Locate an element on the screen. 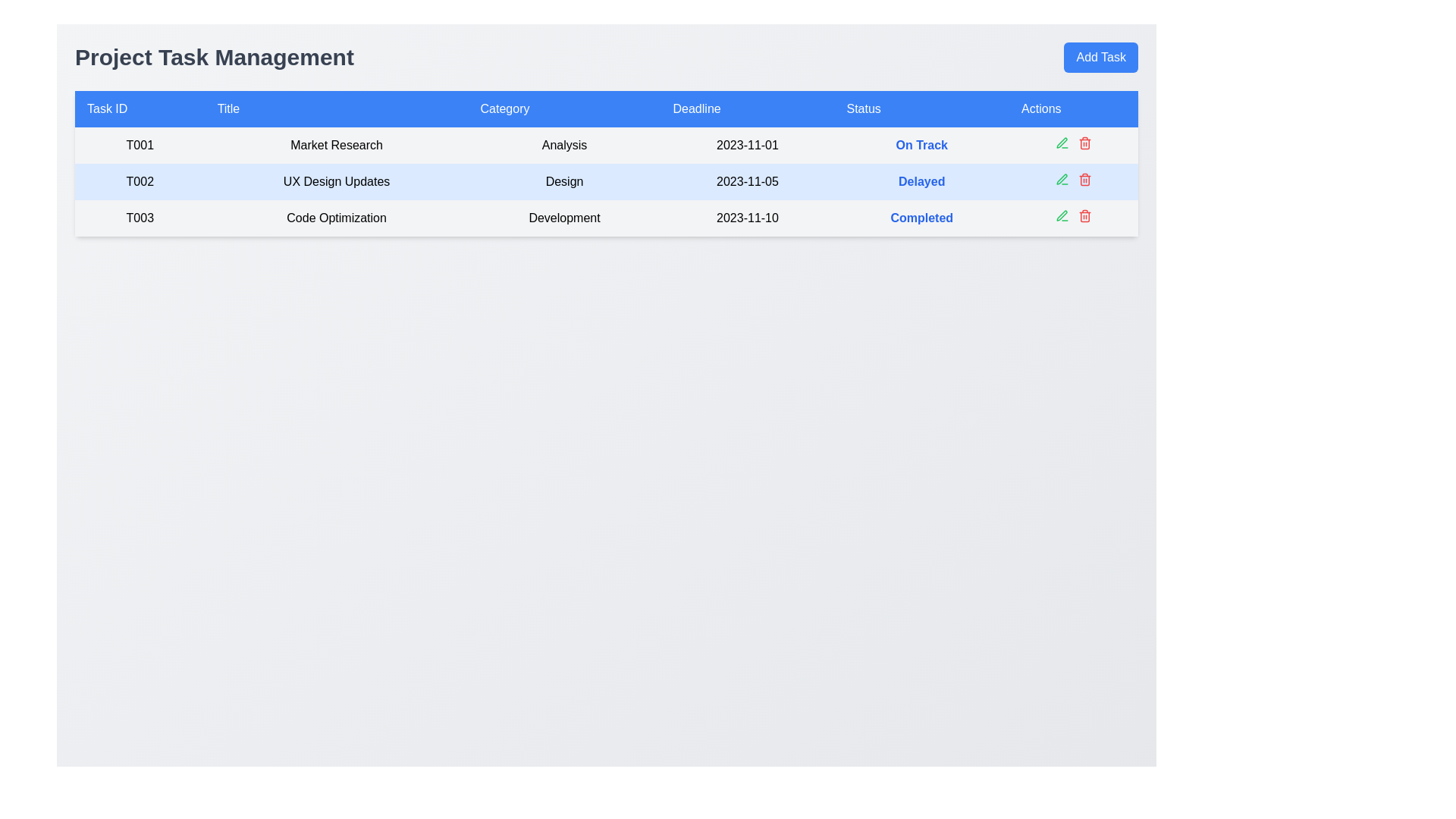 Image resolution: width=1456 pixels, height=819 pixels. the green icon button in the Actions column of the table is located at coordinates (1062, 178).